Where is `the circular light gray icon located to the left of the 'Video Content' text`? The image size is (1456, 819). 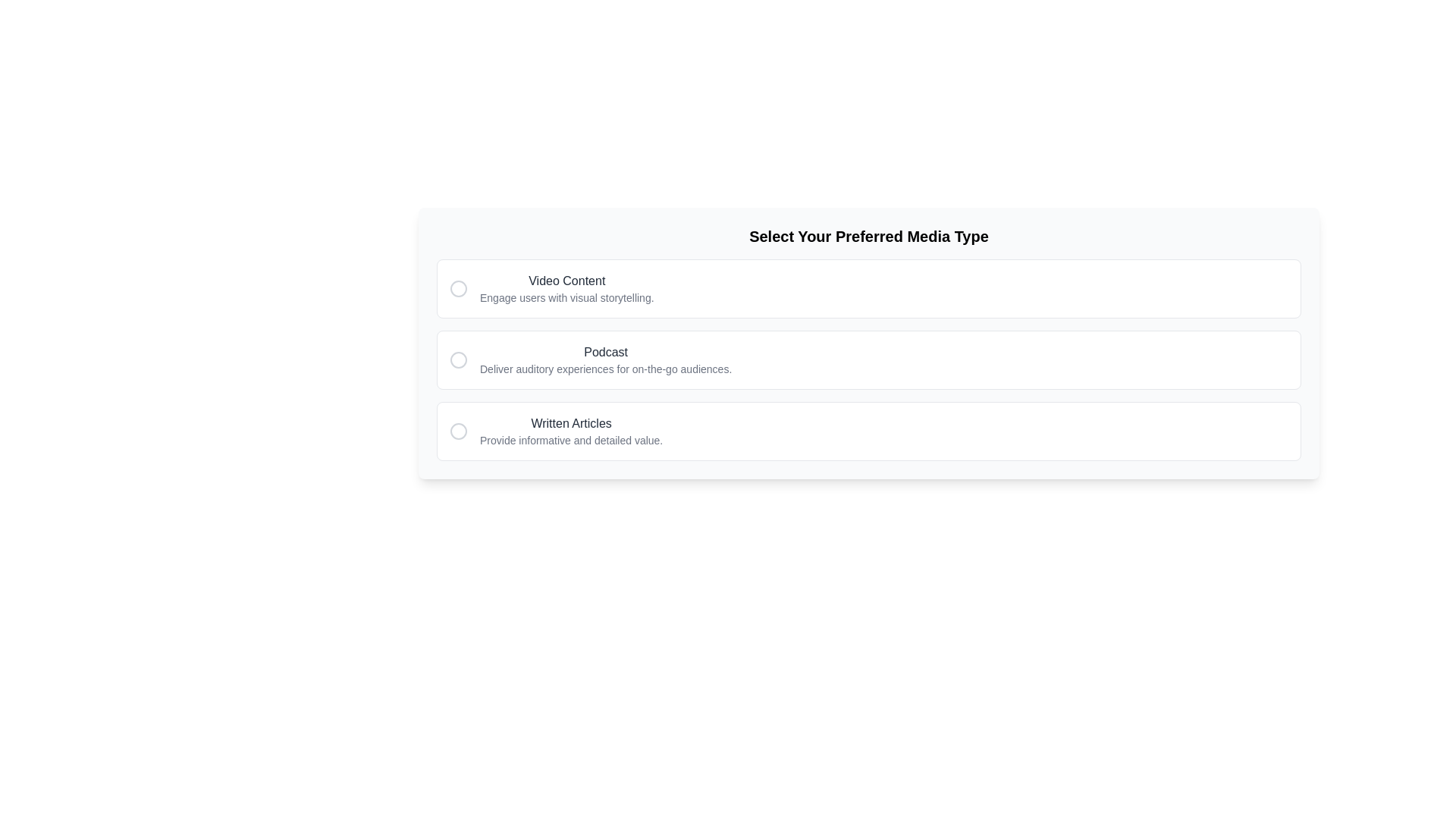 the circular light gray icon located to the left of the 'Video Content' text is located at coordinates (457, 289).